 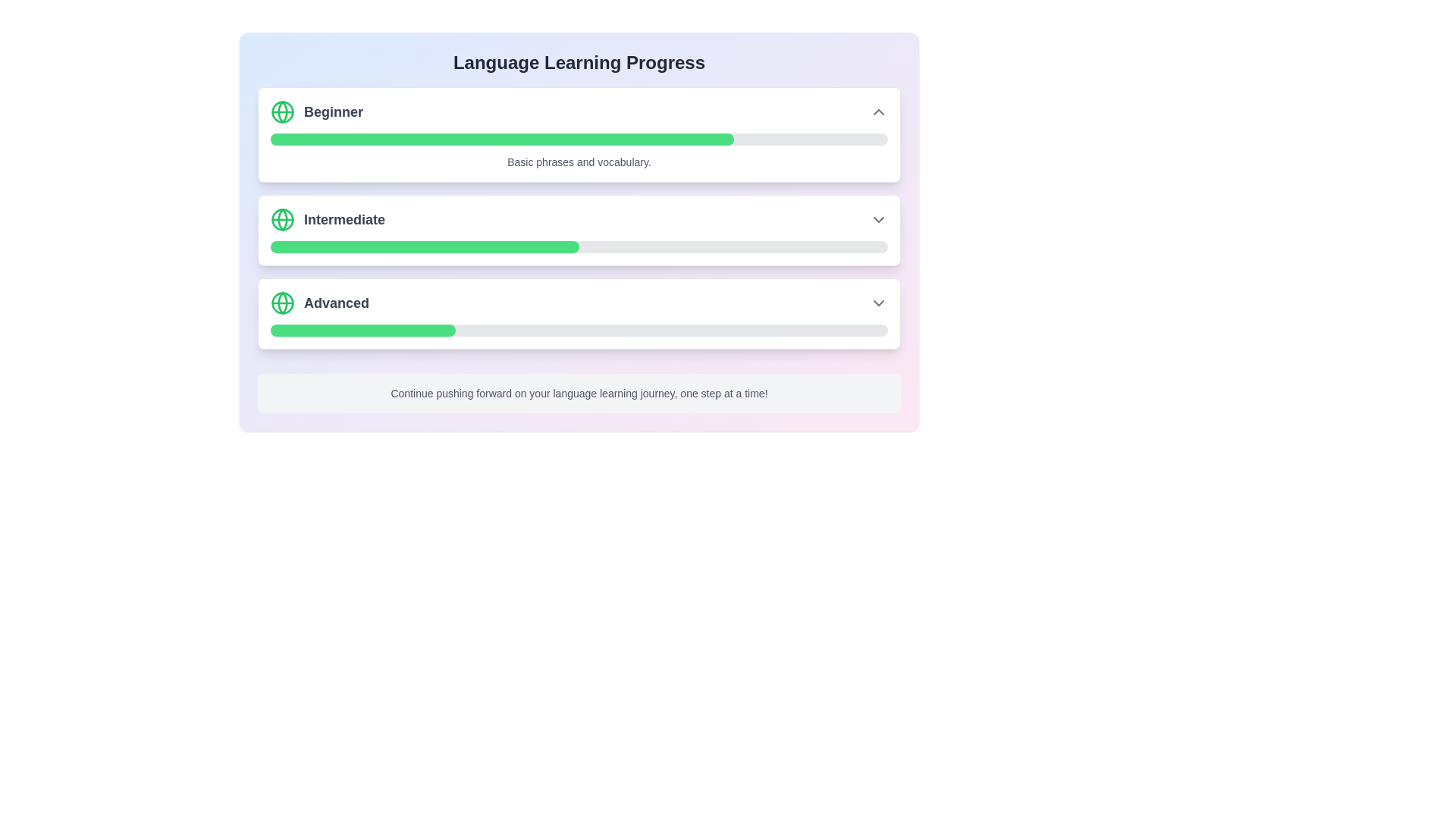 What do you see at coordinates (578, 246) in the screenshot?
I see `the progress bar located in the 'Intermediate' section, directly below the 'Intermediate' title and above any descriptive text` at bounding box center [578, 246].